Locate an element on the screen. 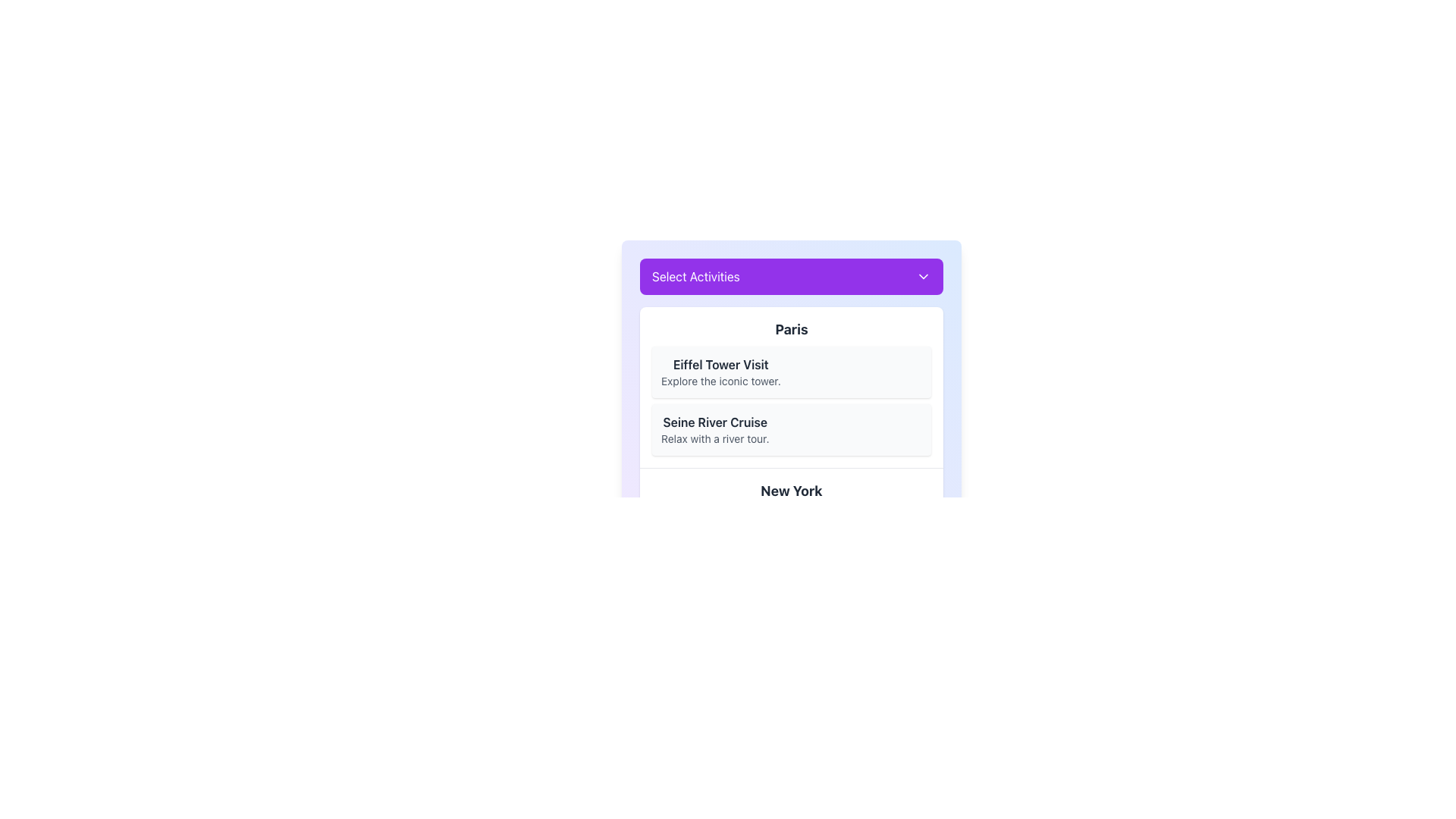 This screenshot has width=1456, height=819. the descriptive Text Label that provides additional context about the 'Eiffel Tower Visit', located beneath the primary heading in the card-like structure under the 'Paris' section is located at coordinates (720, 380).